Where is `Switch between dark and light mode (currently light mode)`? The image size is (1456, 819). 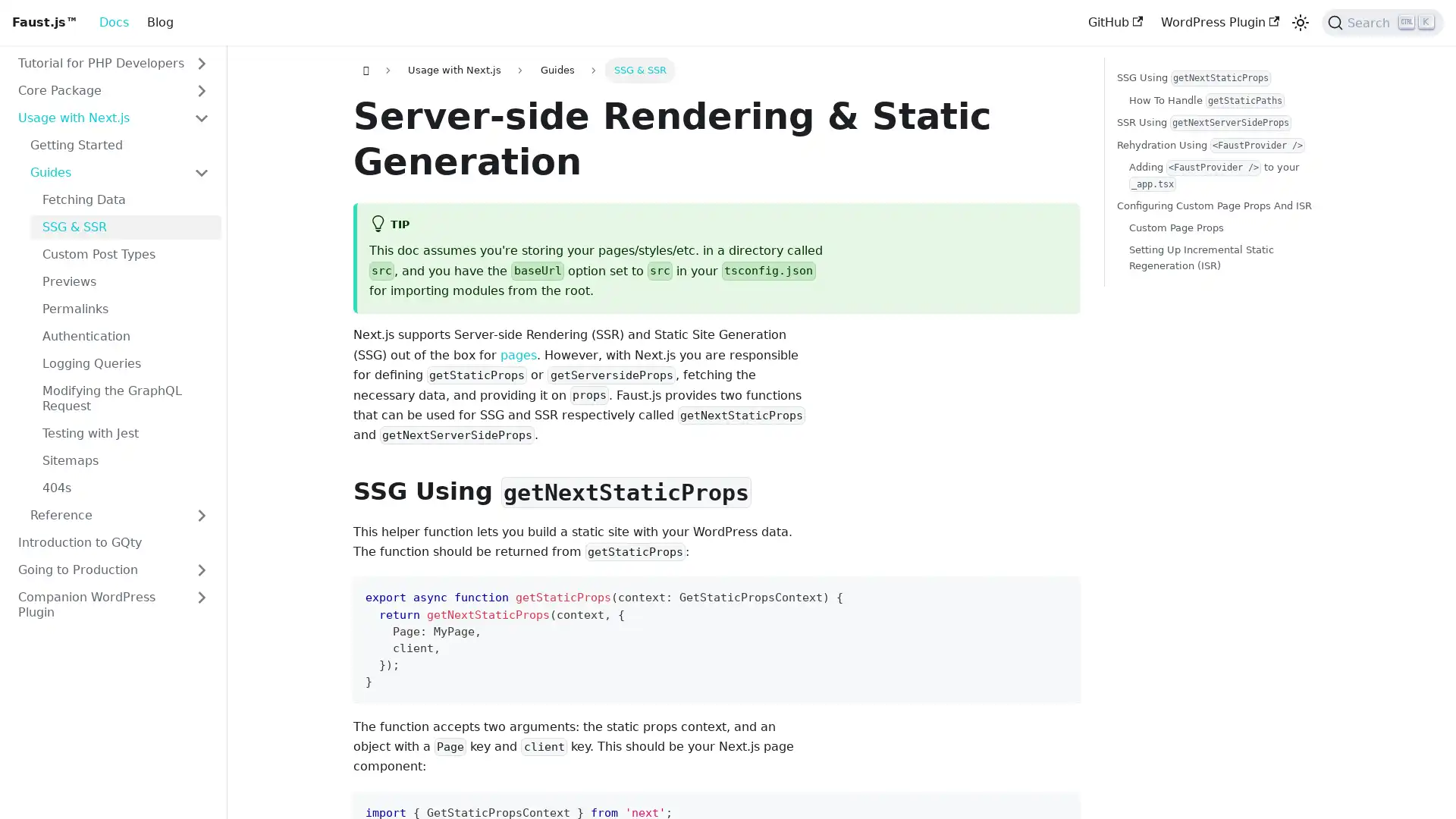 Switch between dark and light mode (currently light mode) is located at coordinates (1299, 23).